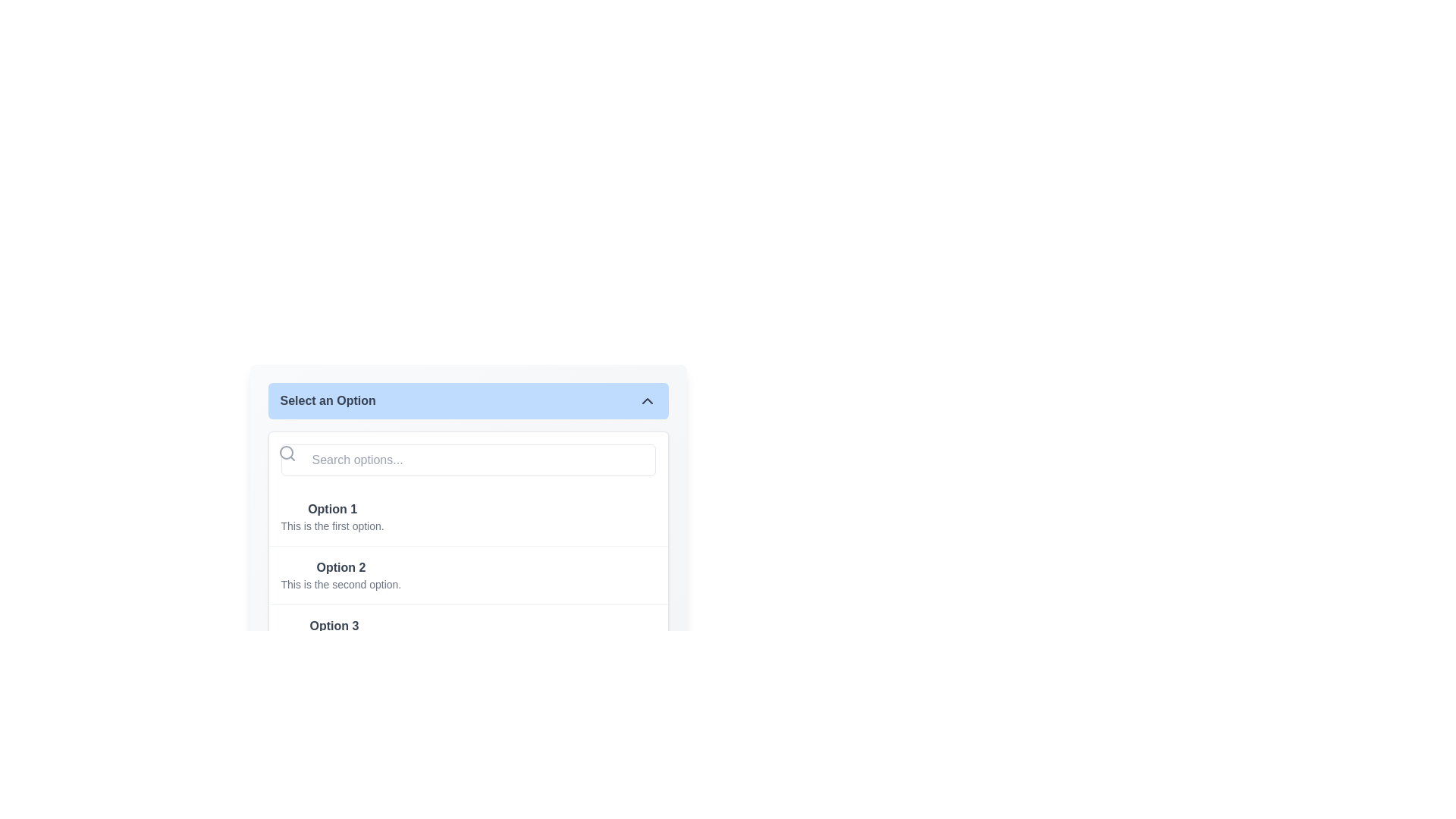 The width and height of the screenshot is (1456, 819). I want to click on the second selectable option labeled 'Option 2', so click(340, 576).